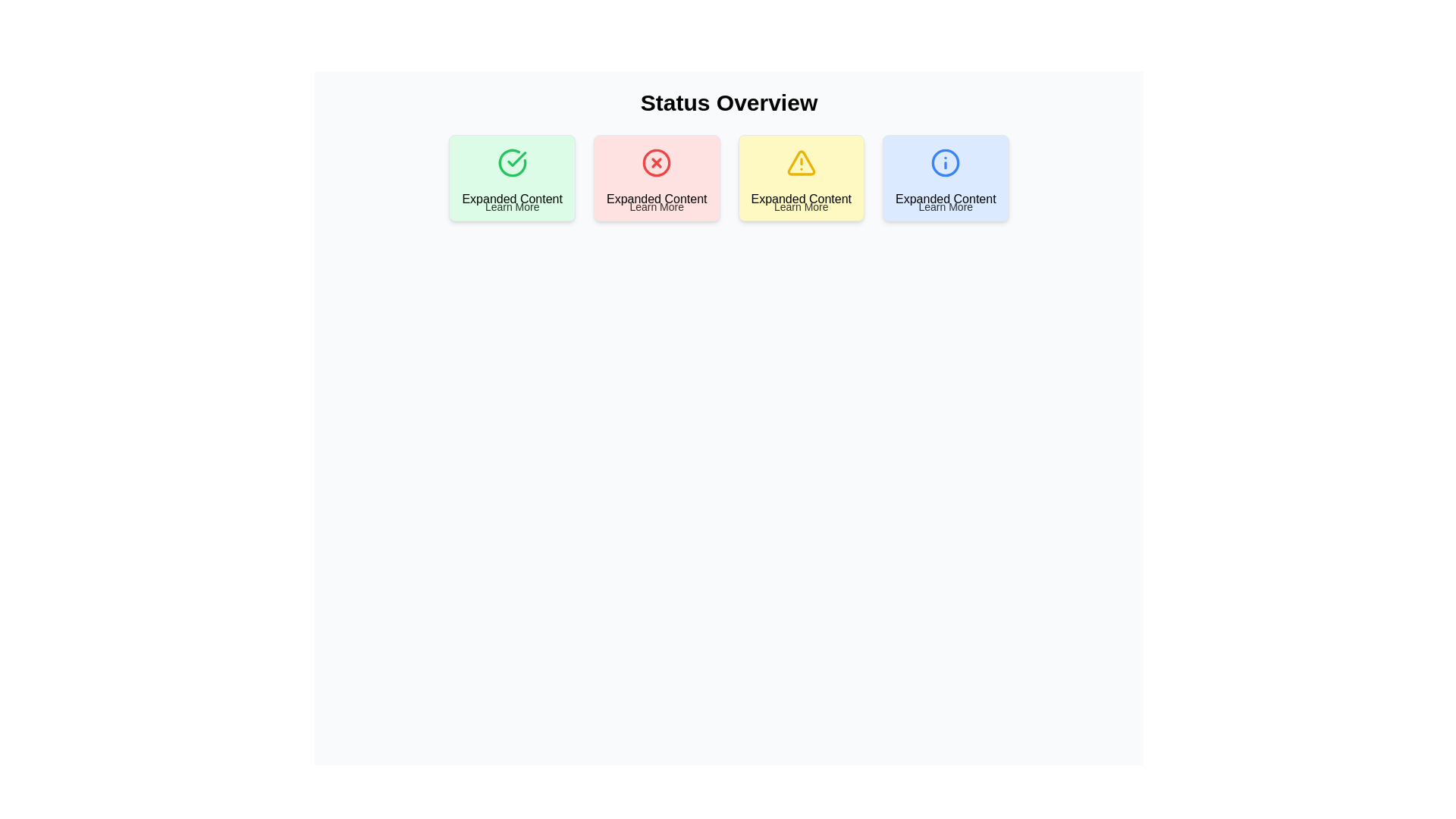 This screenshot has height=819, width=1456. What do you see at coordinates (512, 177) in the screenshot?
I see `the 'Learn More' link located on the Card component that represents a successful status, positioned in the top left corner of a four-column grid layout` at bounding box center [512, 177].